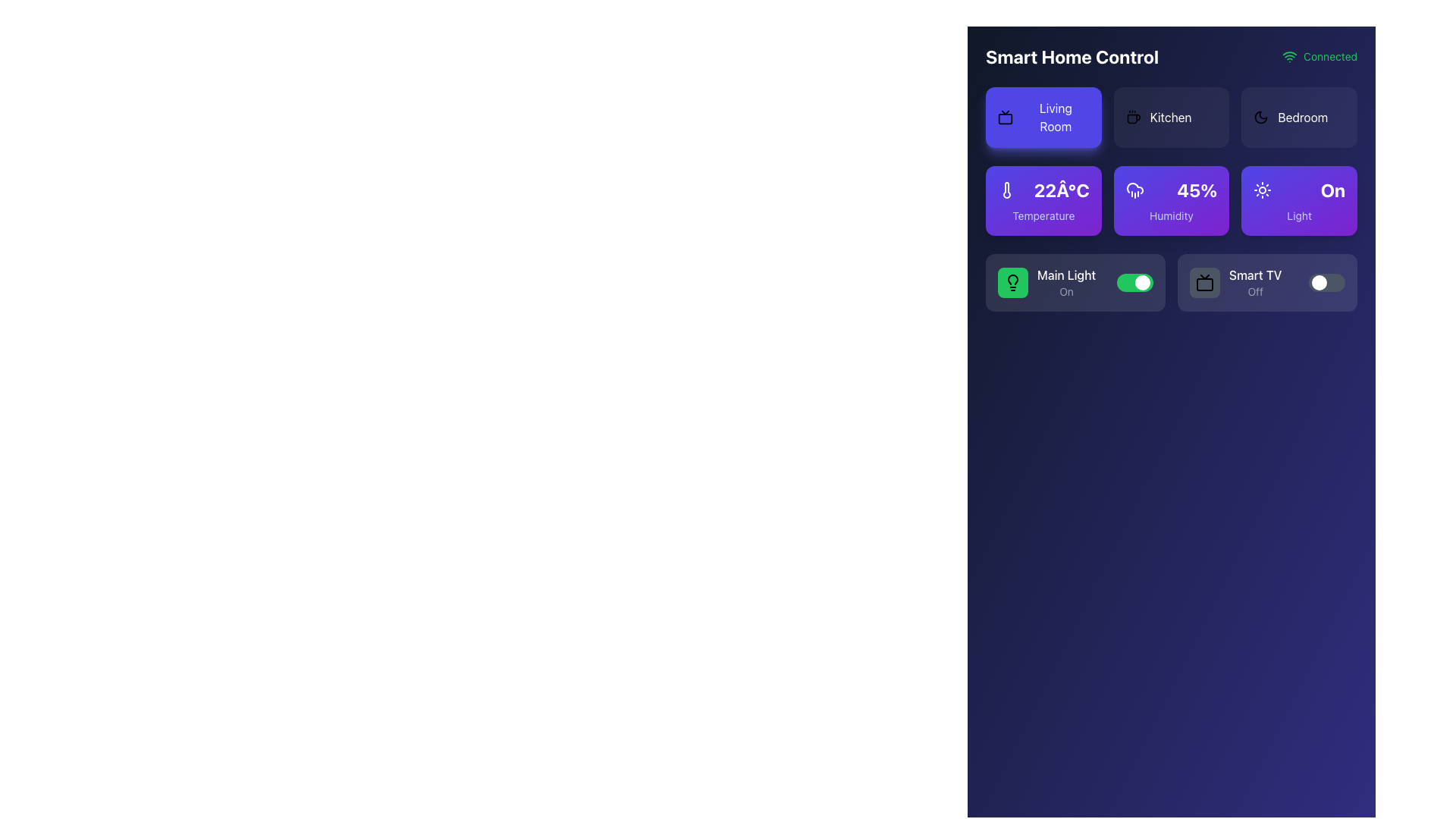  I want to click on displayed value of the bold numeric text label '45%' indicating humidity, which is prominently styled in white against a gradient purple background, so click(1171, 189).